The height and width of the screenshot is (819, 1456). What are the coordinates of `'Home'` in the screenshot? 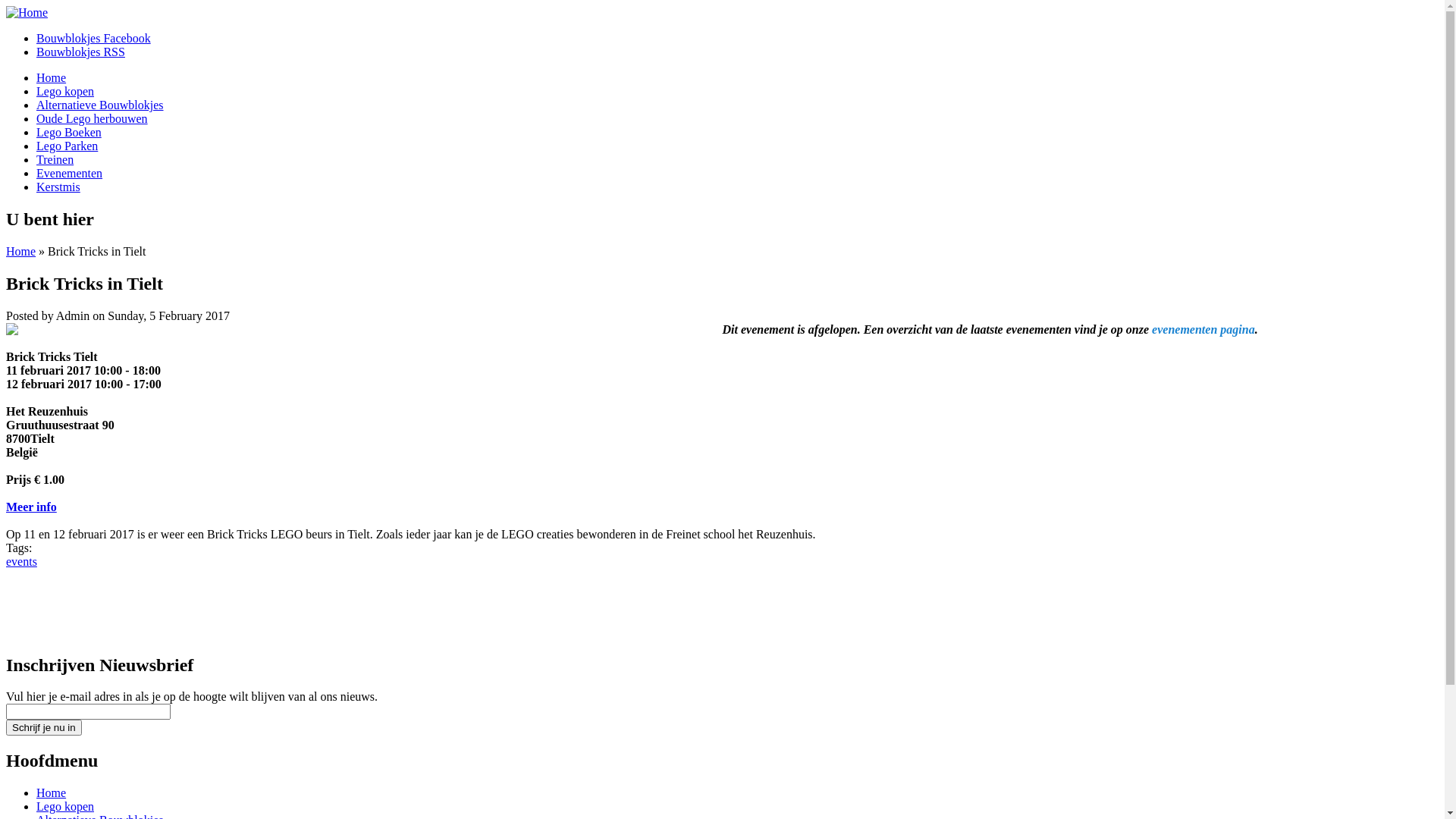 It's located at (51, 792).